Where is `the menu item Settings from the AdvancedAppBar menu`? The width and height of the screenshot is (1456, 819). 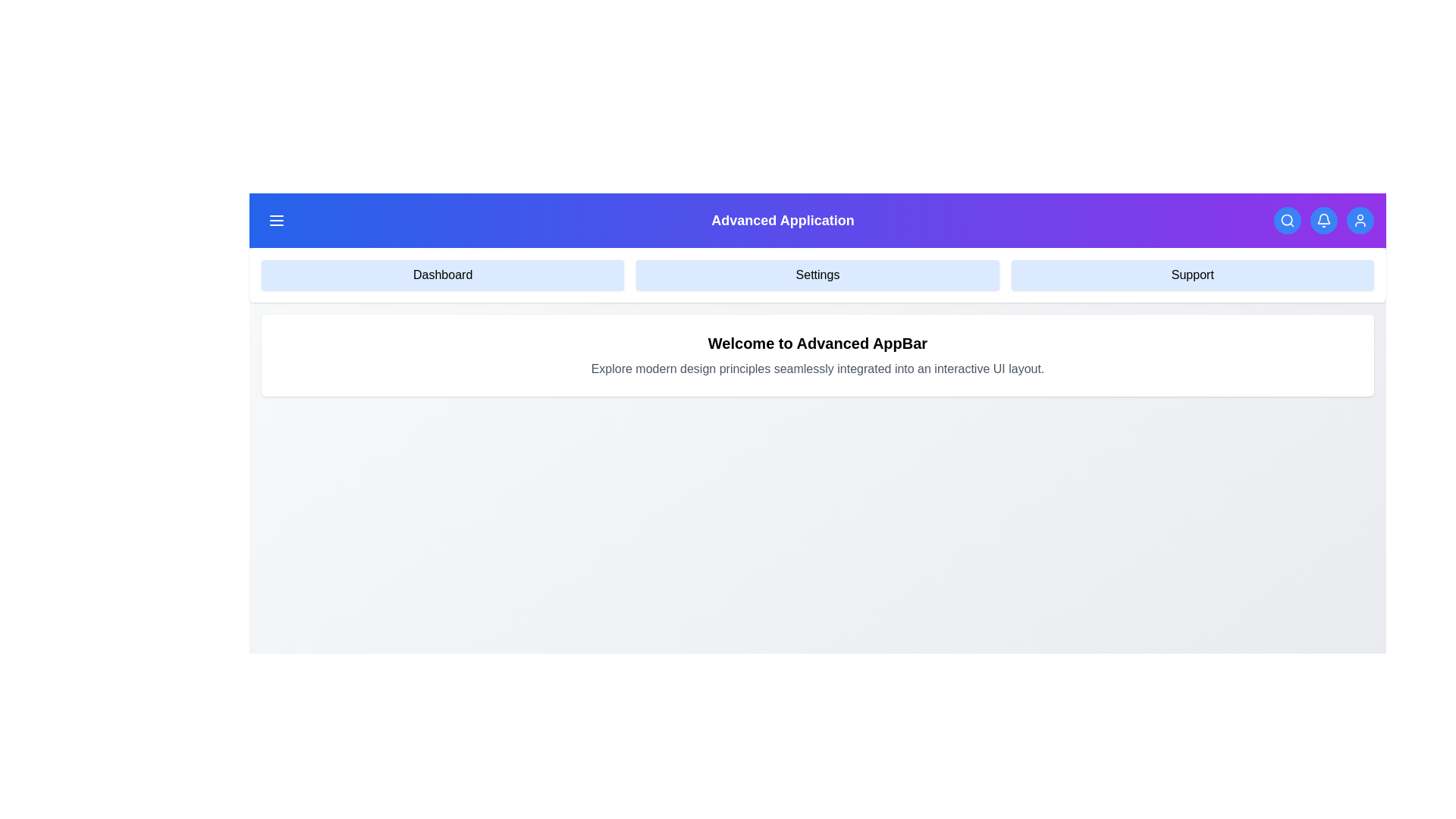
the menu item Settings from the AdvancedAppBar menu is located at coordinates (817, 275).